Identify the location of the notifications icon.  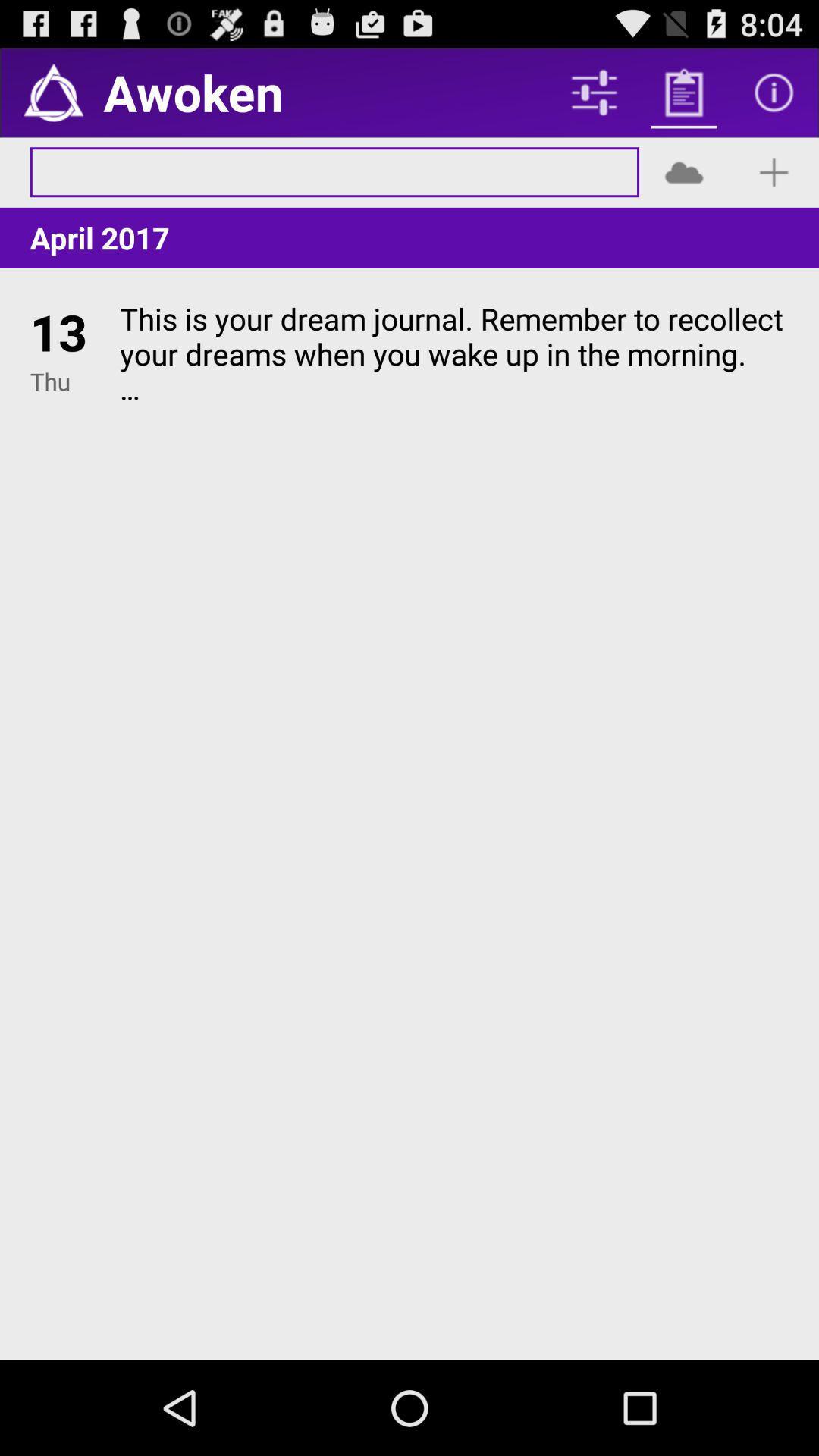
(52, 98).